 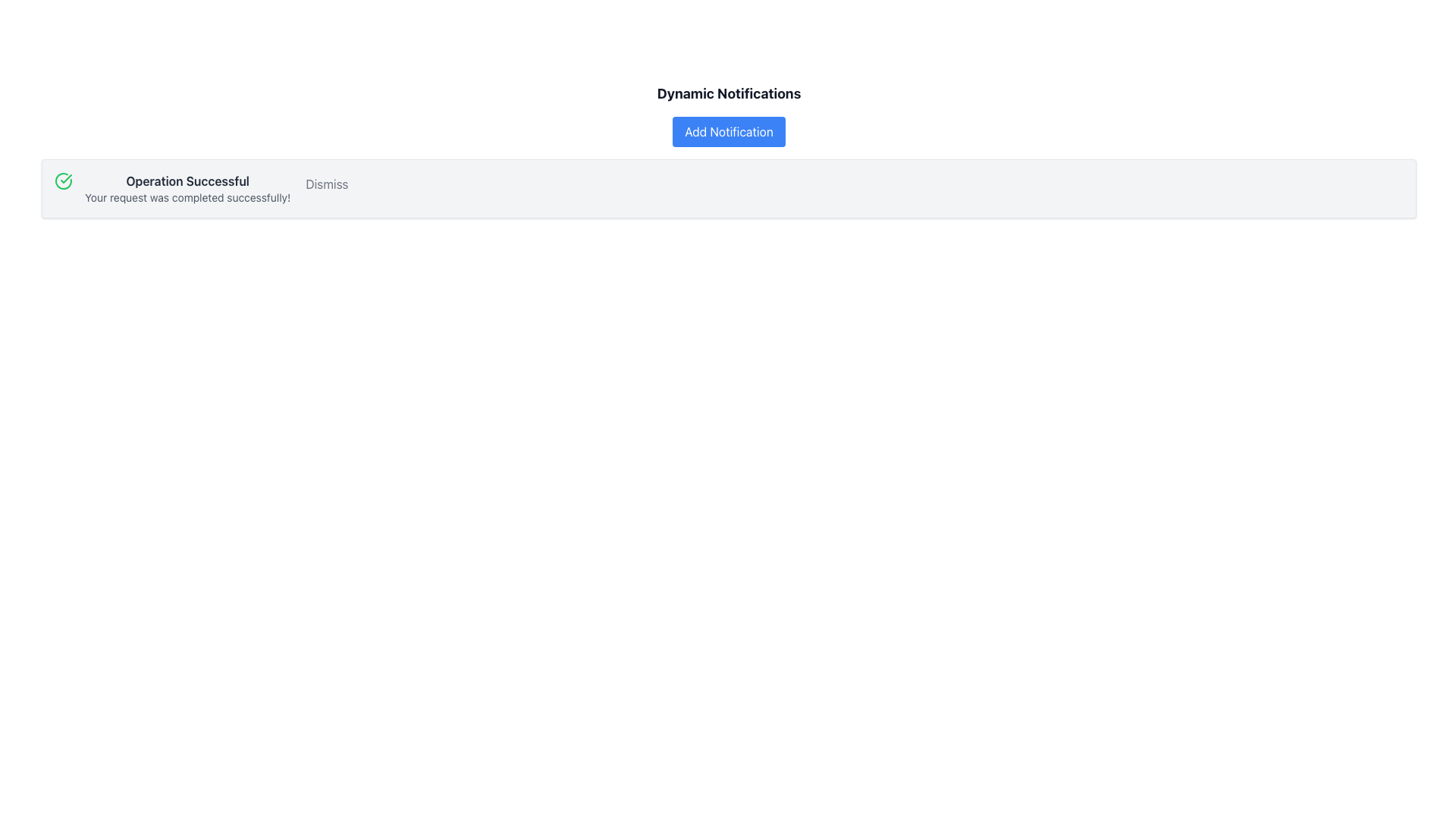 What do you see at coordinates (326, 184) in the screenshot?
I see `the 'Dismiss' button, which is a text label in gray font located at the far right of a success notification box, to observe its hover state` at bounding box center [326, 184].